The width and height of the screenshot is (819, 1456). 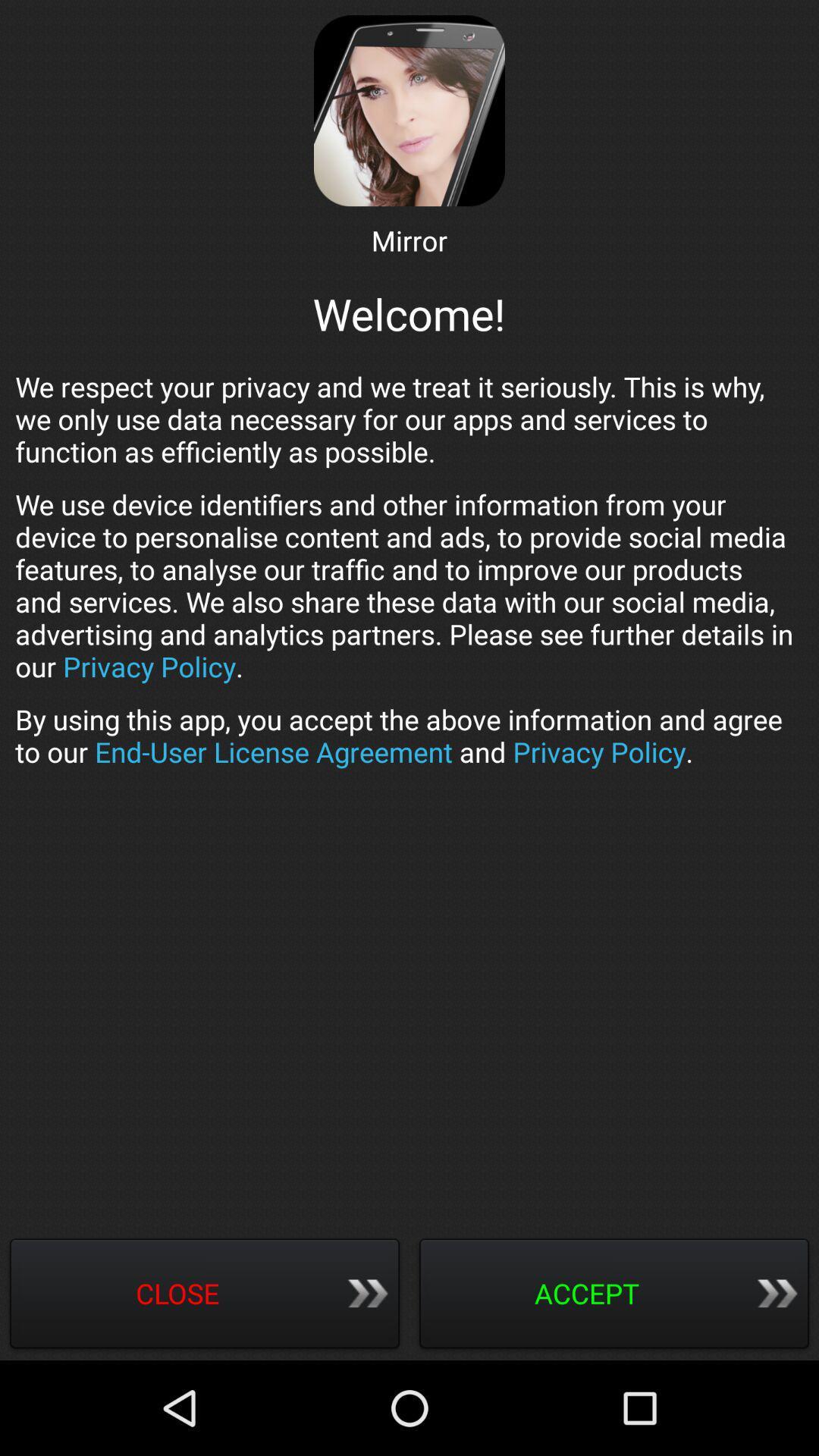 I want to click on icon below by using this, so click(x=205, y=1294).